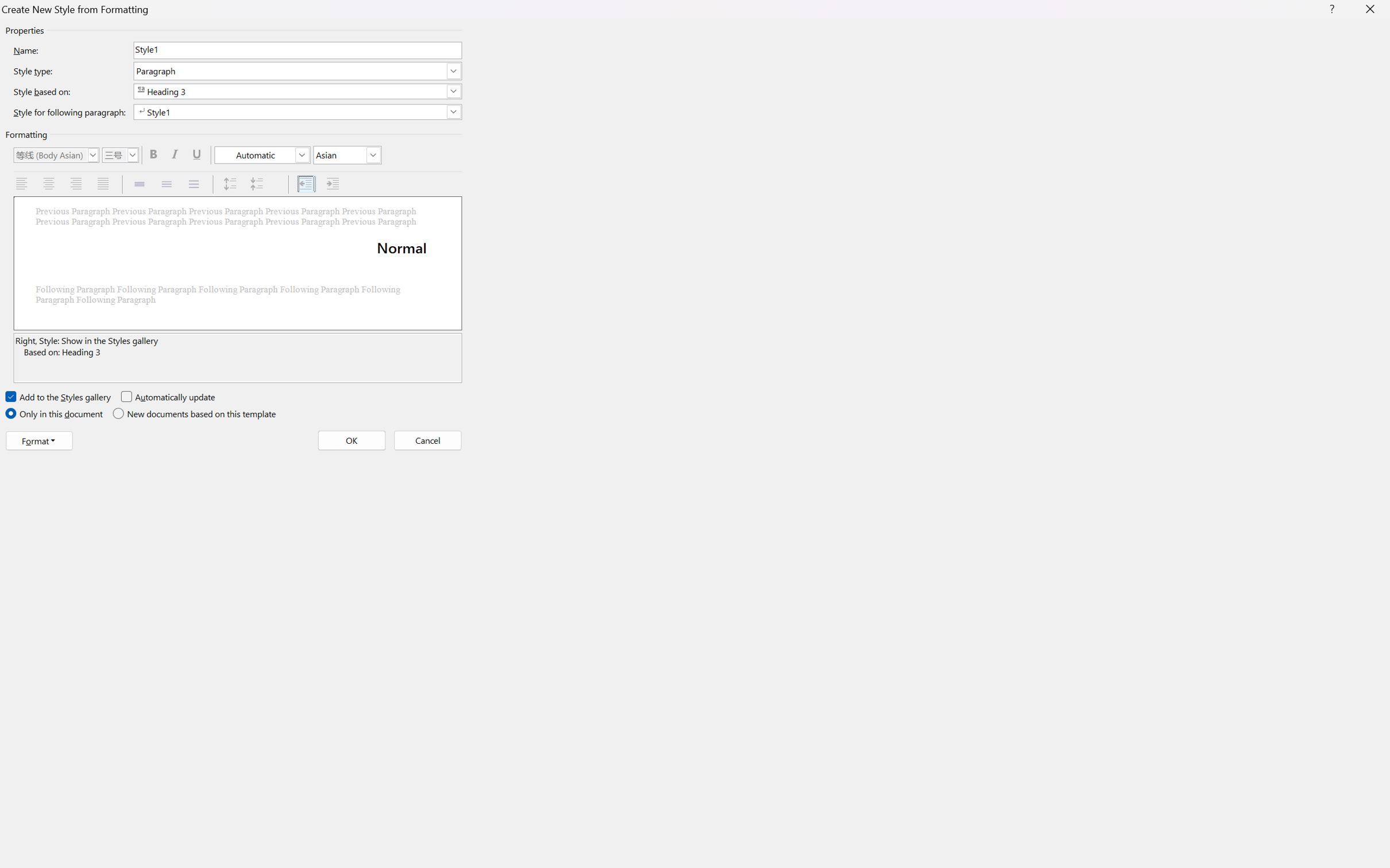 This screenshot has width=1390, height=868. Describe the element at coordinates (306, 184) in the screenshot. I see `'Decrease Indent'` at that location.